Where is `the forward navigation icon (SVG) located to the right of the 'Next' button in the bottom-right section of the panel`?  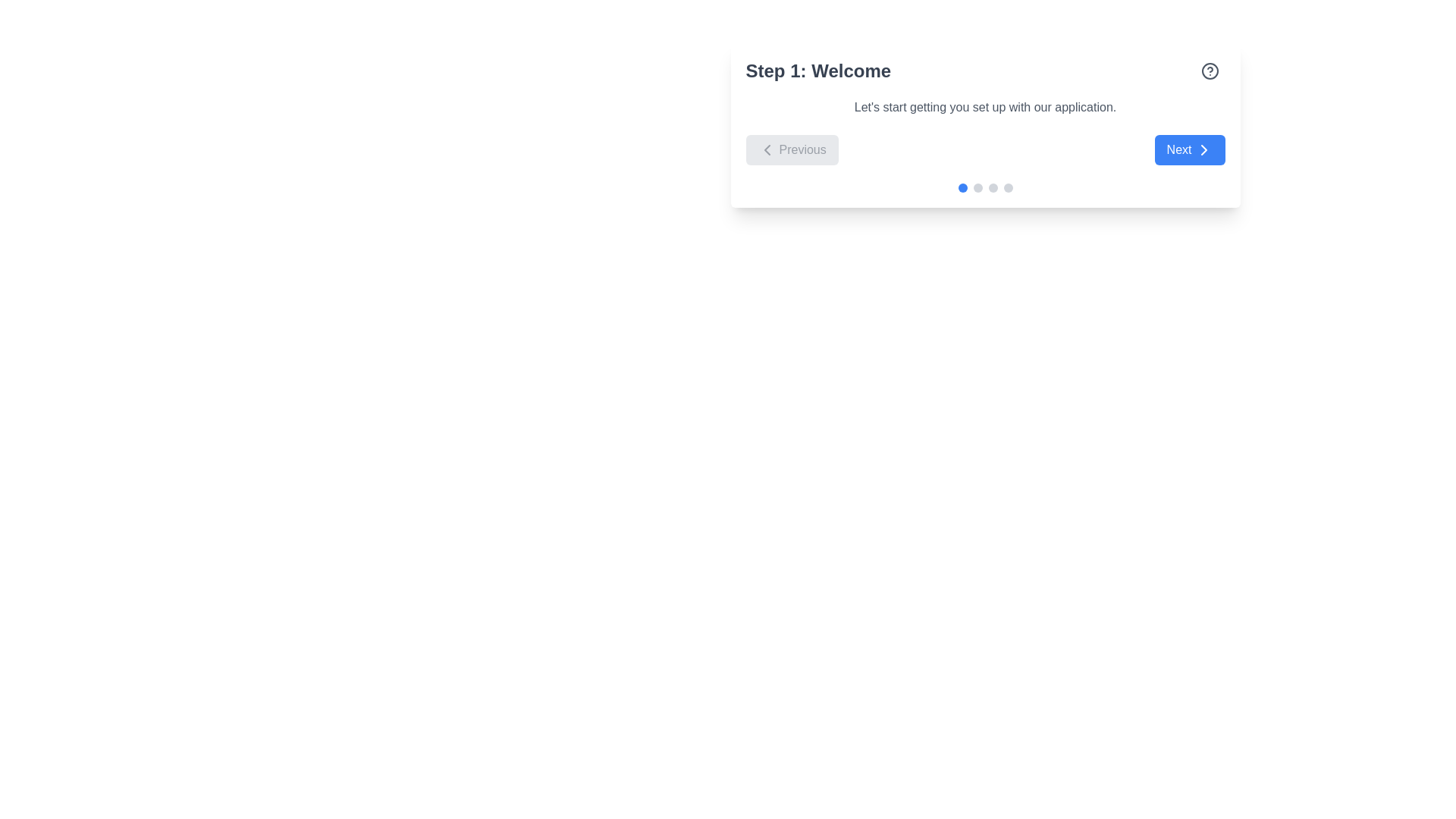 the forward navigation icon (SVG) located to the right of the 'Next' button in the bottom-right section of the panel is located at coordinates (1203, 149).